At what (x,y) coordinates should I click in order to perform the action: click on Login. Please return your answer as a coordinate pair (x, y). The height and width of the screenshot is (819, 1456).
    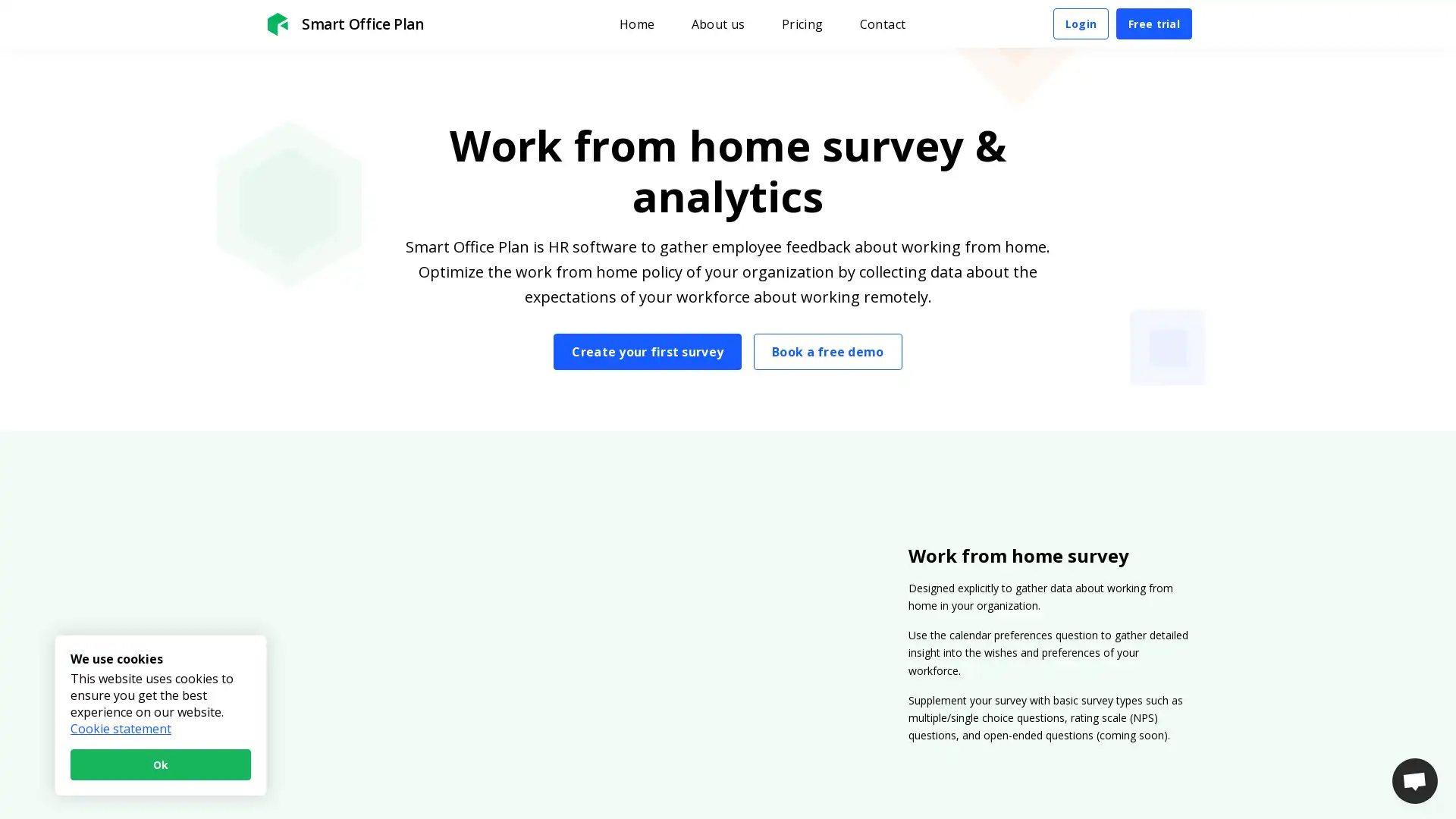
    Looking at the image, I should click on (1080, 24).